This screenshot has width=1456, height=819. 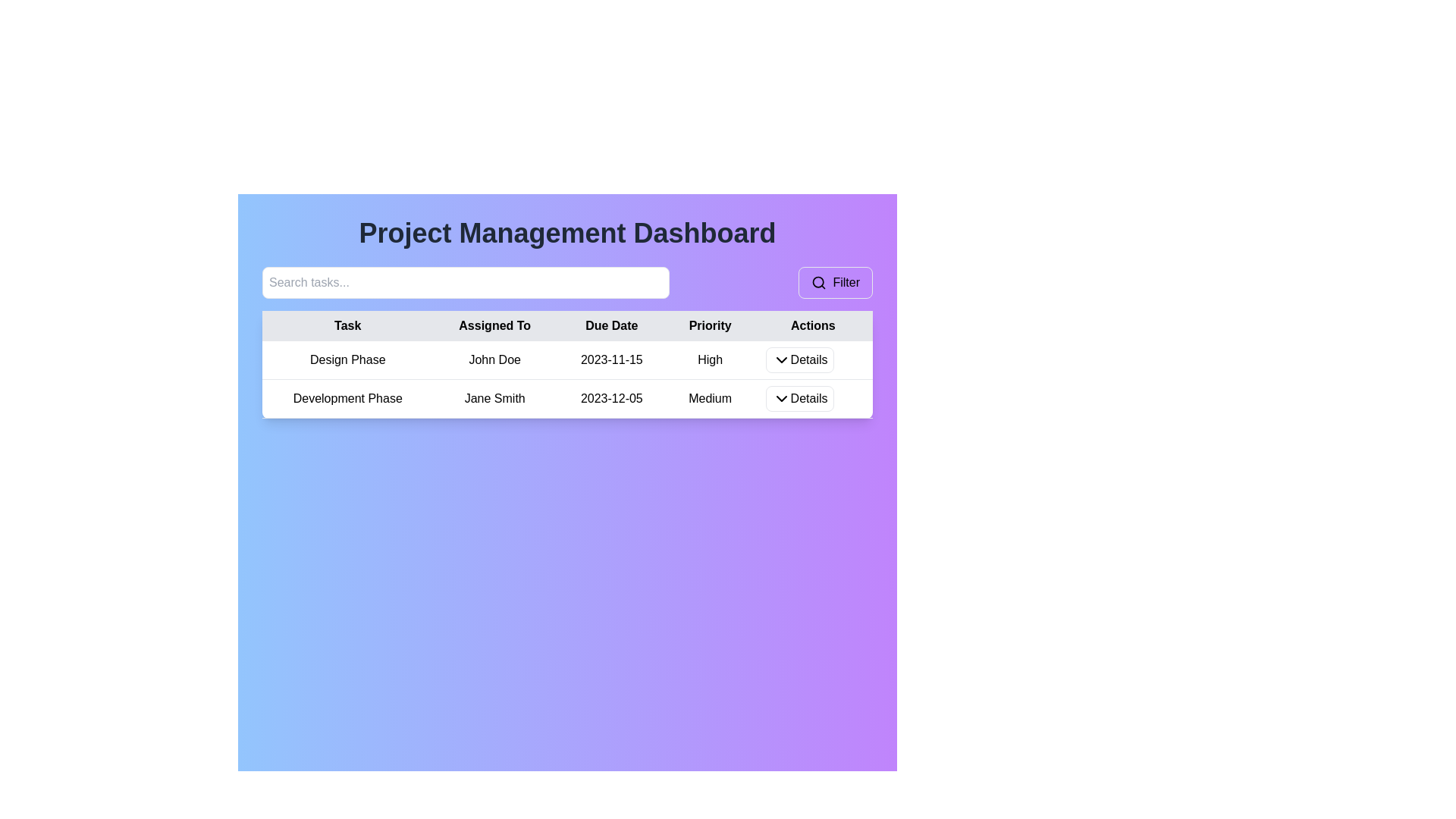 I want to click on the first row of the table under the 'Project Management Dashboard' section to focus on the task details, so click(x=566, y=360).